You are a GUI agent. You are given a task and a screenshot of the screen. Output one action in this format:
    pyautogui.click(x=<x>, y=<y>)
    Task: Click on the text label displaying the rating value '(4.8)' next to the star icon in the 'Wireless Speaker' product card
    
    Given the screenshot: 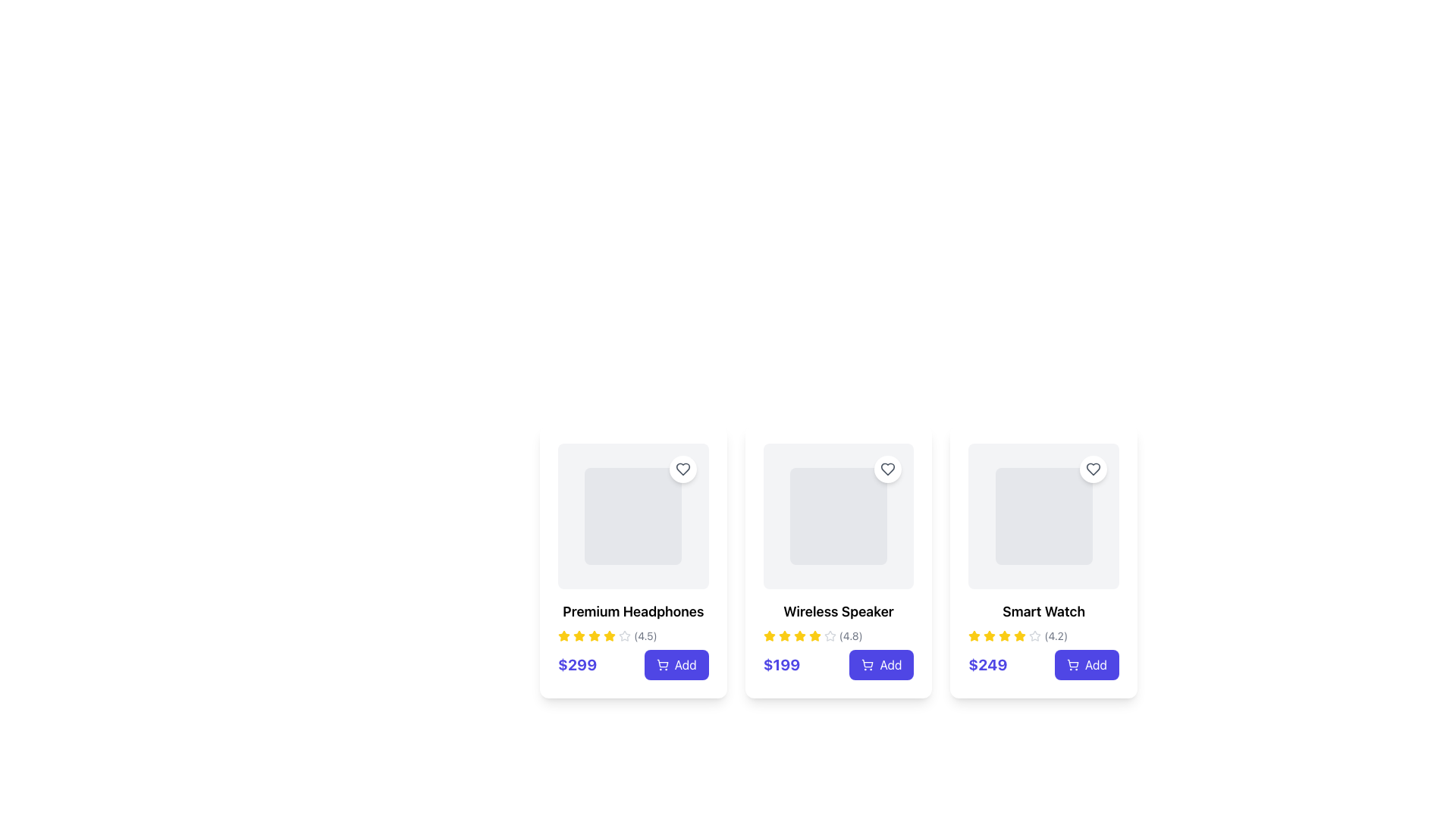 What is the action you would take?
    pyautogui.click(x=851, y=636)
    